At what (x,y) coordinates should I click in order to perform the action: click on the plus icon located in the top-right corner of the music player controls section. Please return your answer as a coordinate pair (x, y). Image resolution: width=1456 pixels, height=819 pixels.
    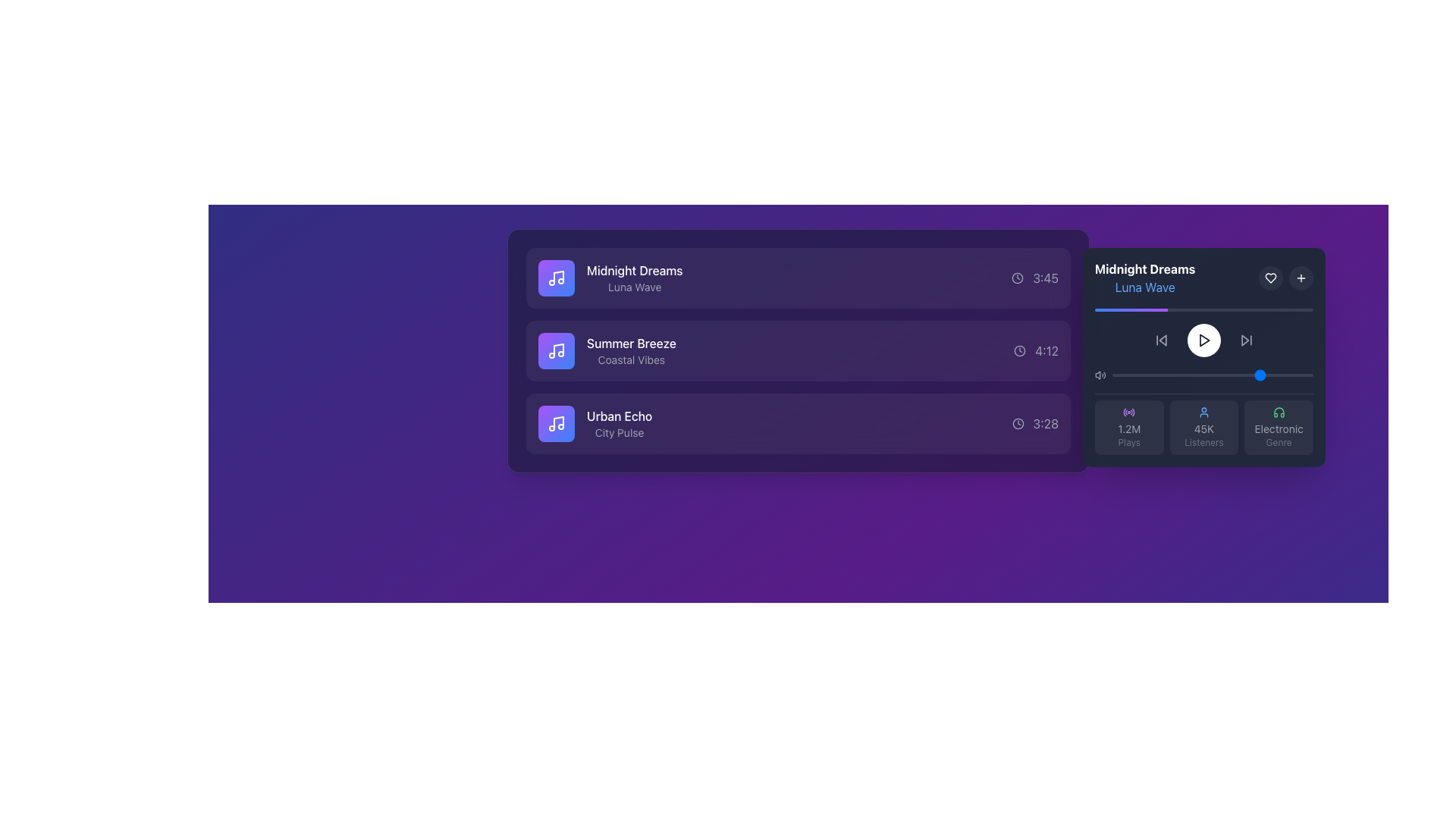
    Looking at the image, I should click on (1301, 278).